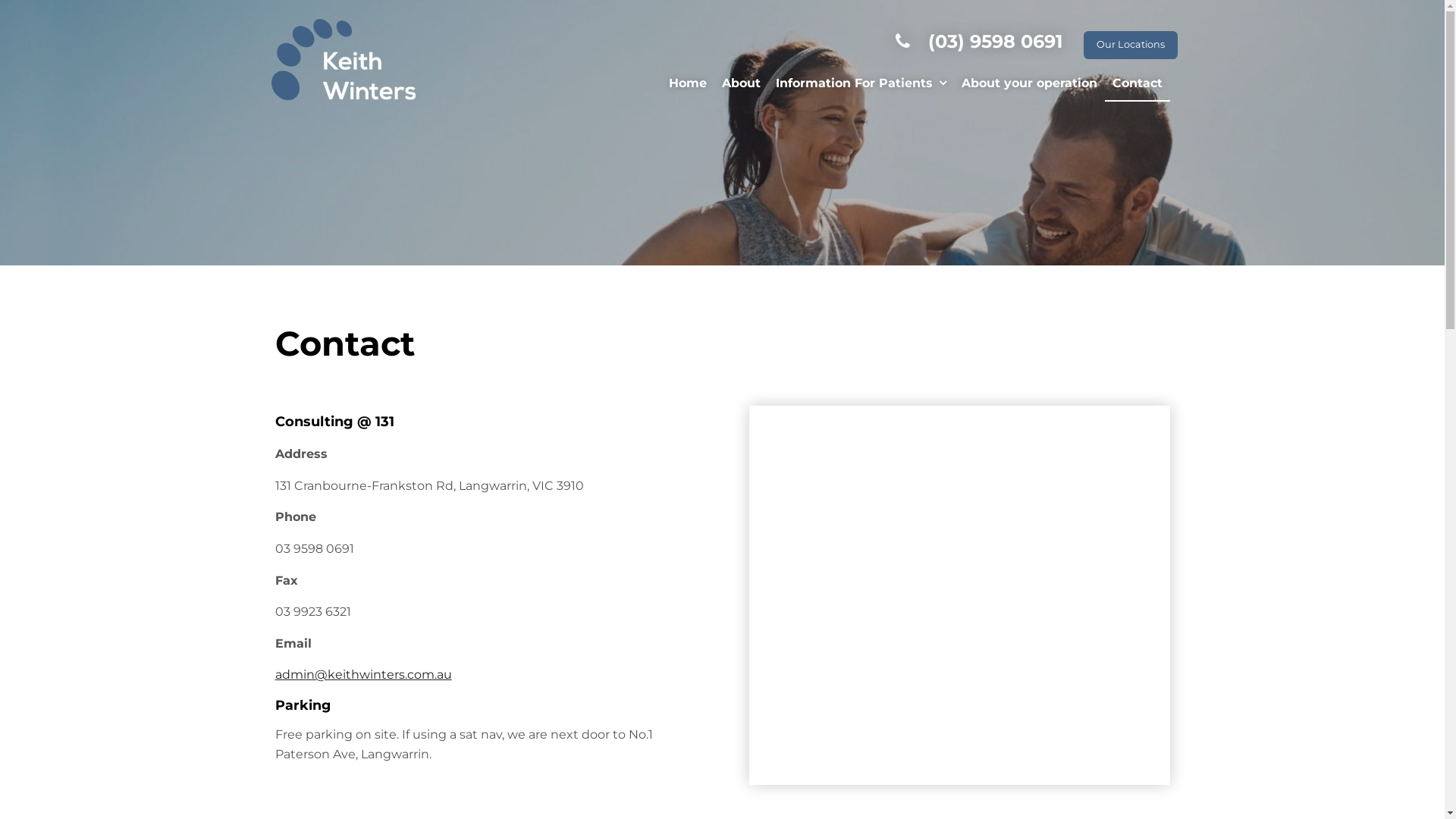 This screenshot has width=1456, height=819. What do you see at coordinates (1129, 44) in the screenshot?
I see `'Our Locations'` at bounding box center [1129, 44].